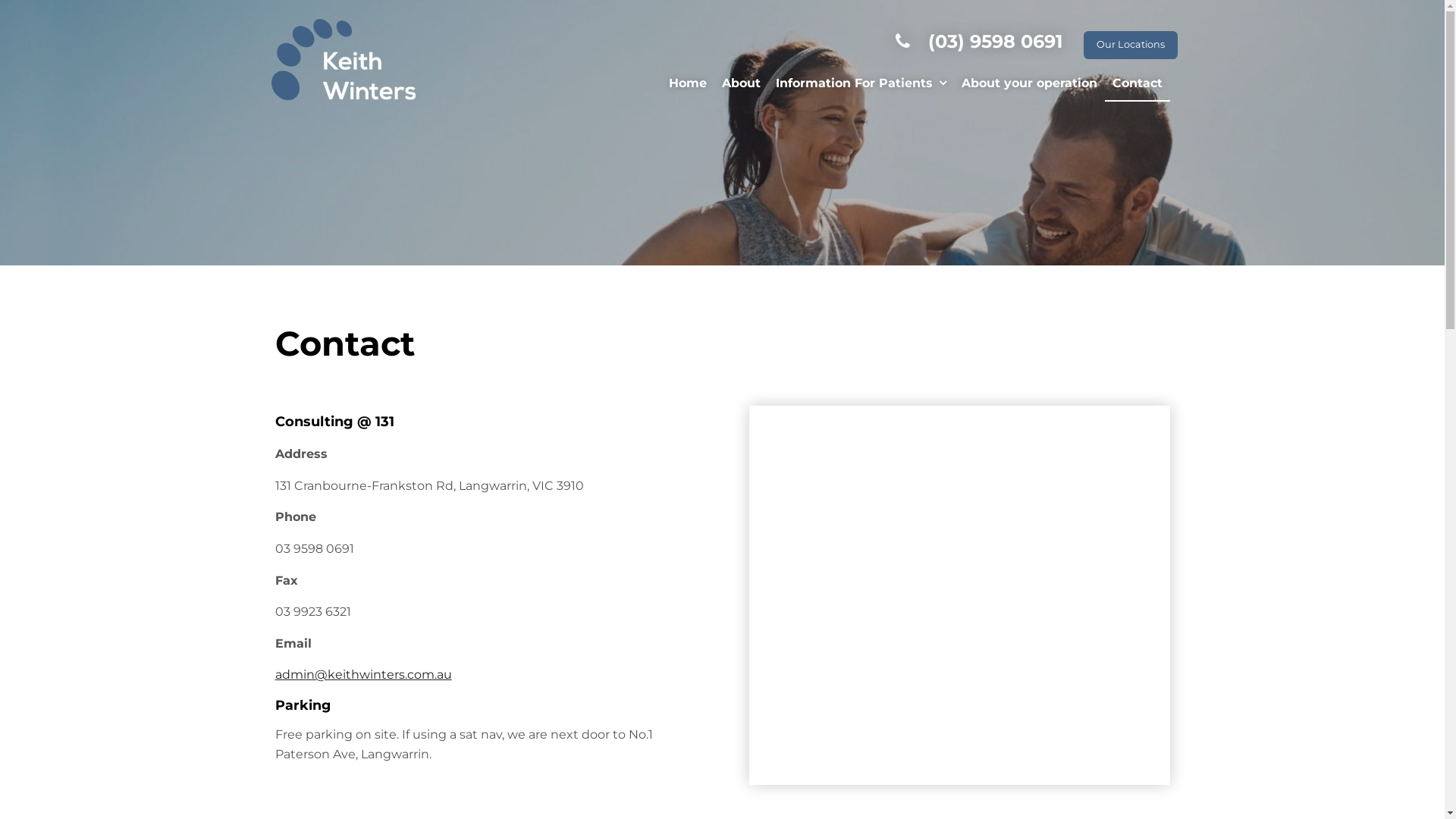 This screenshot has width=1456, height=819. What do you see at coordinates (1129, 44) in the screenshot?
I see `'Our Locations'` at bounding box center [1129, 44].